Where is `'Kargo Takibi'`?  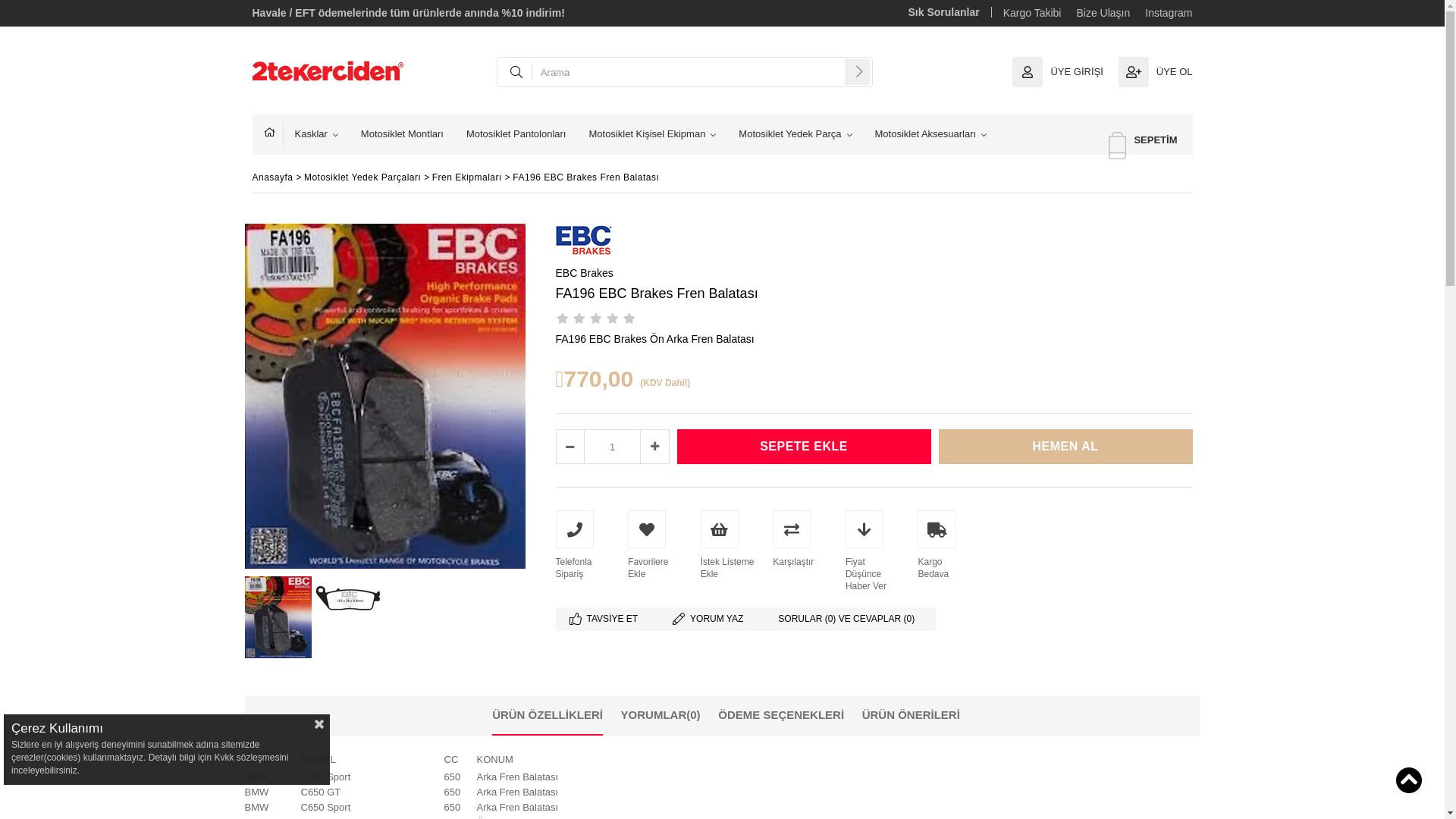 'Kargo Takibi' is located at coordinates (1031, 12).